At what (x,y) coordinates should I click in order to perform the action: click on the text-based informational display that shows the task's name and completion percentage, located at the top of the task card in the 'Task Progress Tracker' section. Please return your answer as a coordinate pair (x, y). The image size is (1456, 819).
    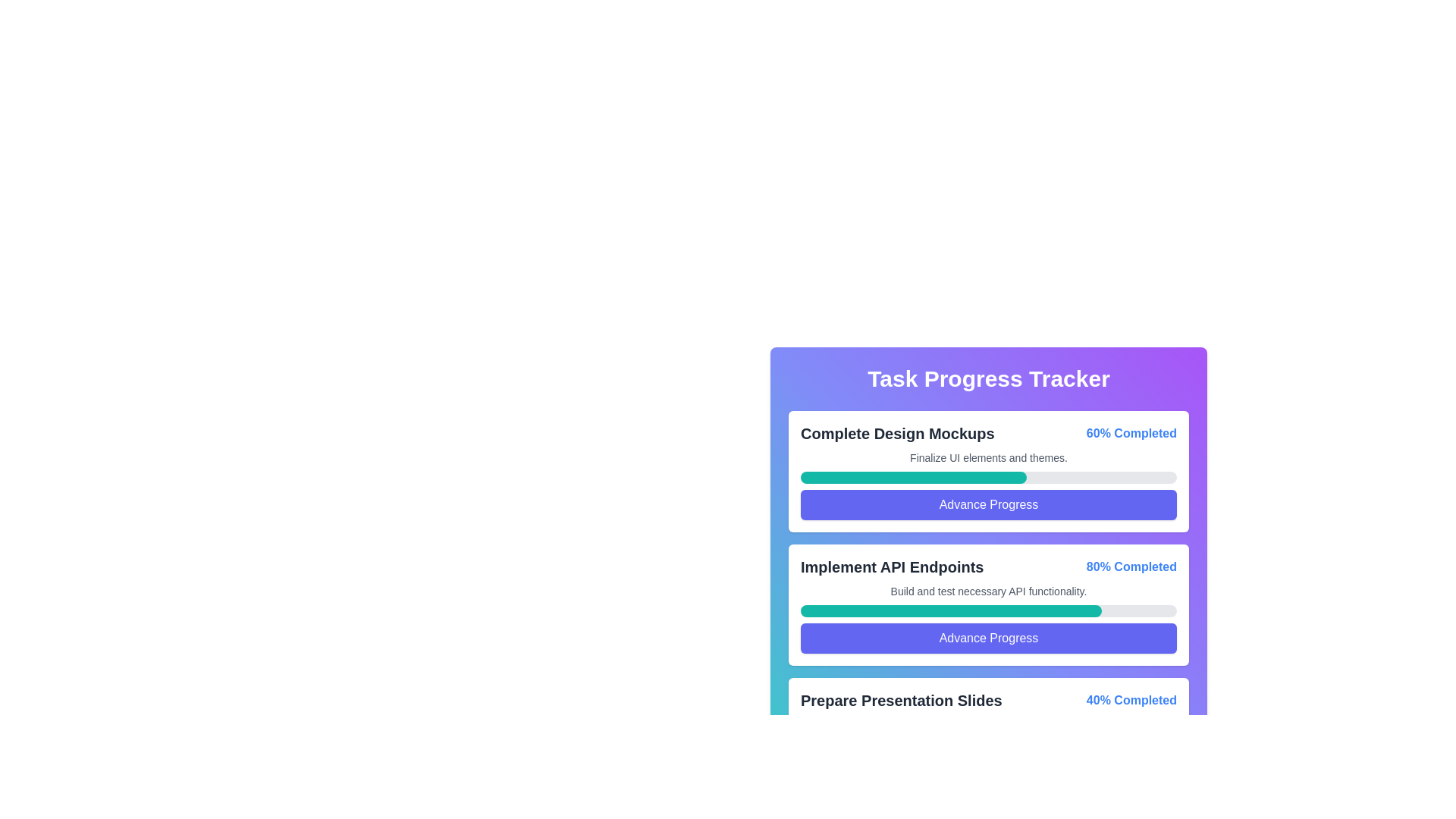
    Looking at the image, I should click on (989, 701).